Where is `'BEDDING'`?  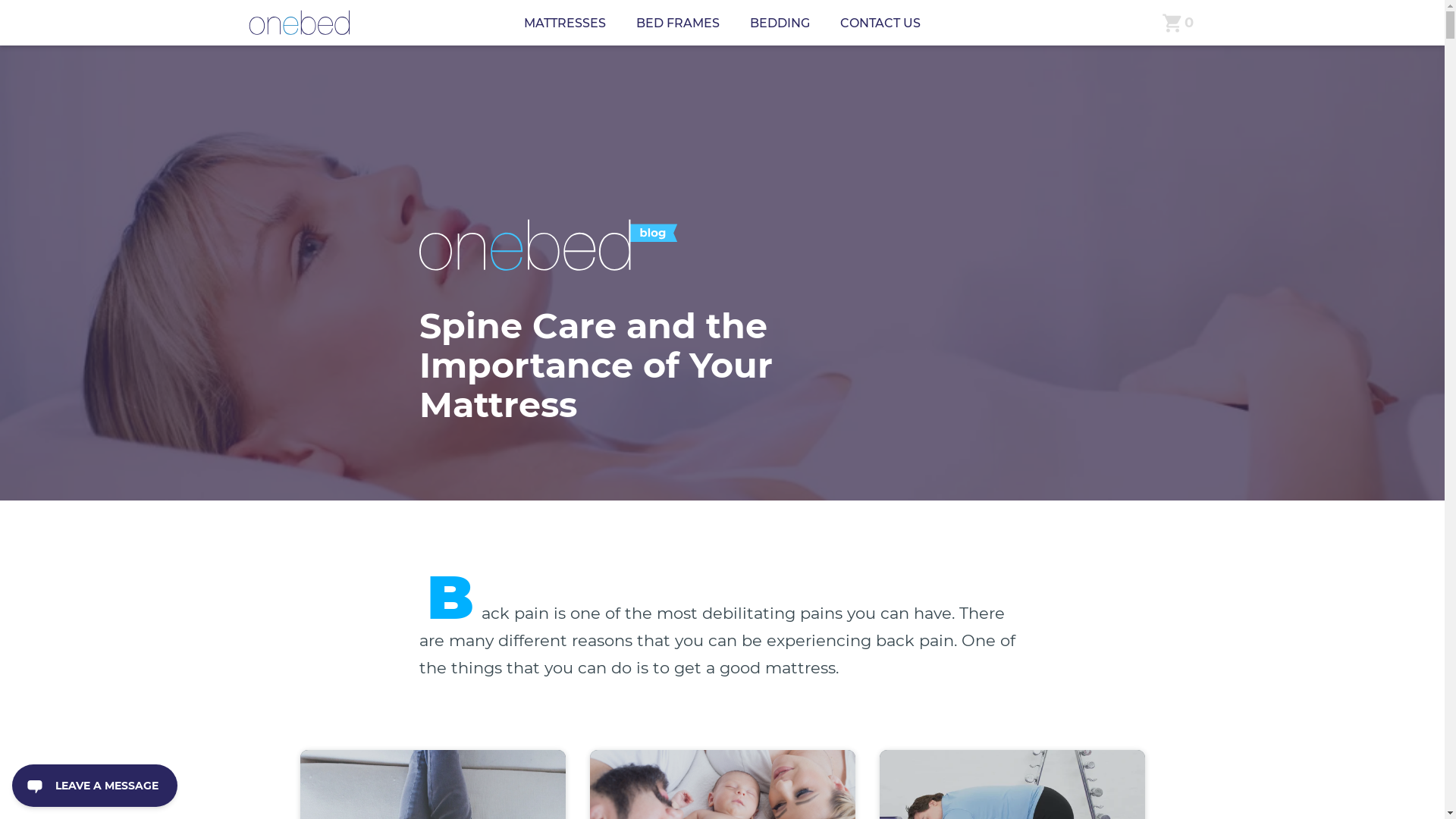 'BEDDING' is located at coordinates (749, 23).